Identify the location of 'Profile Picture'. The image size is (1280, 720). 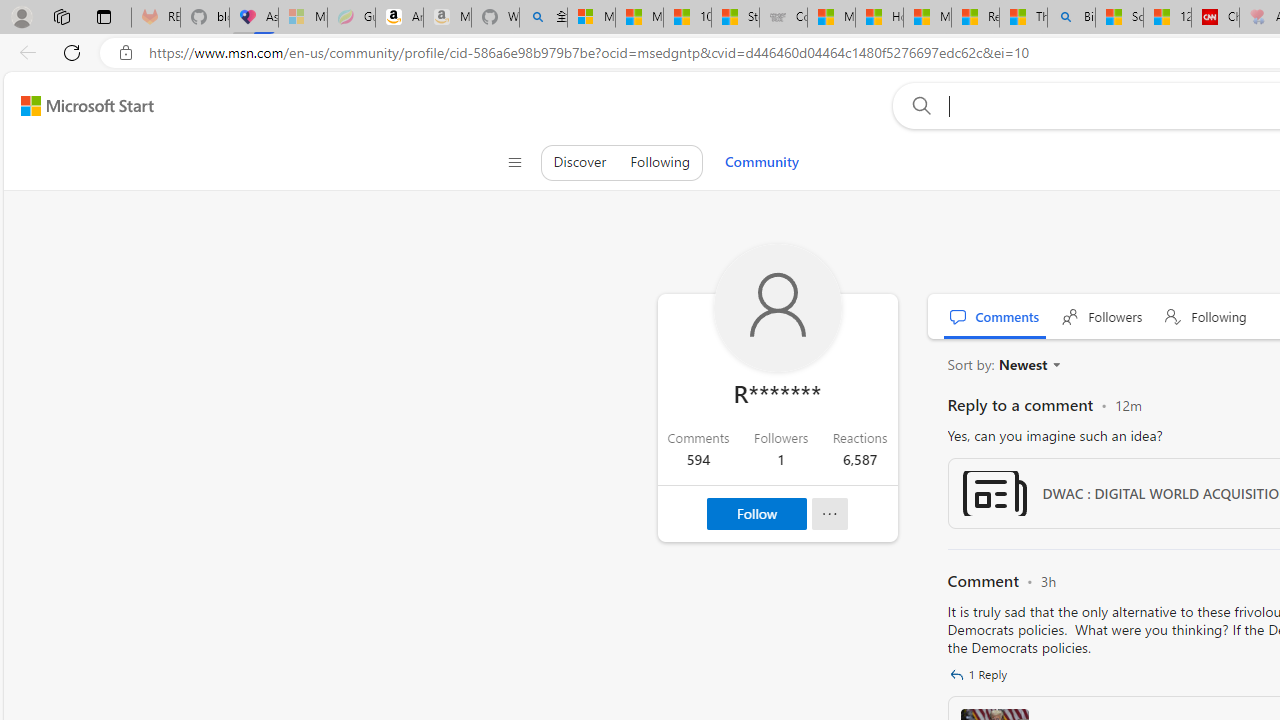
(776, 308).